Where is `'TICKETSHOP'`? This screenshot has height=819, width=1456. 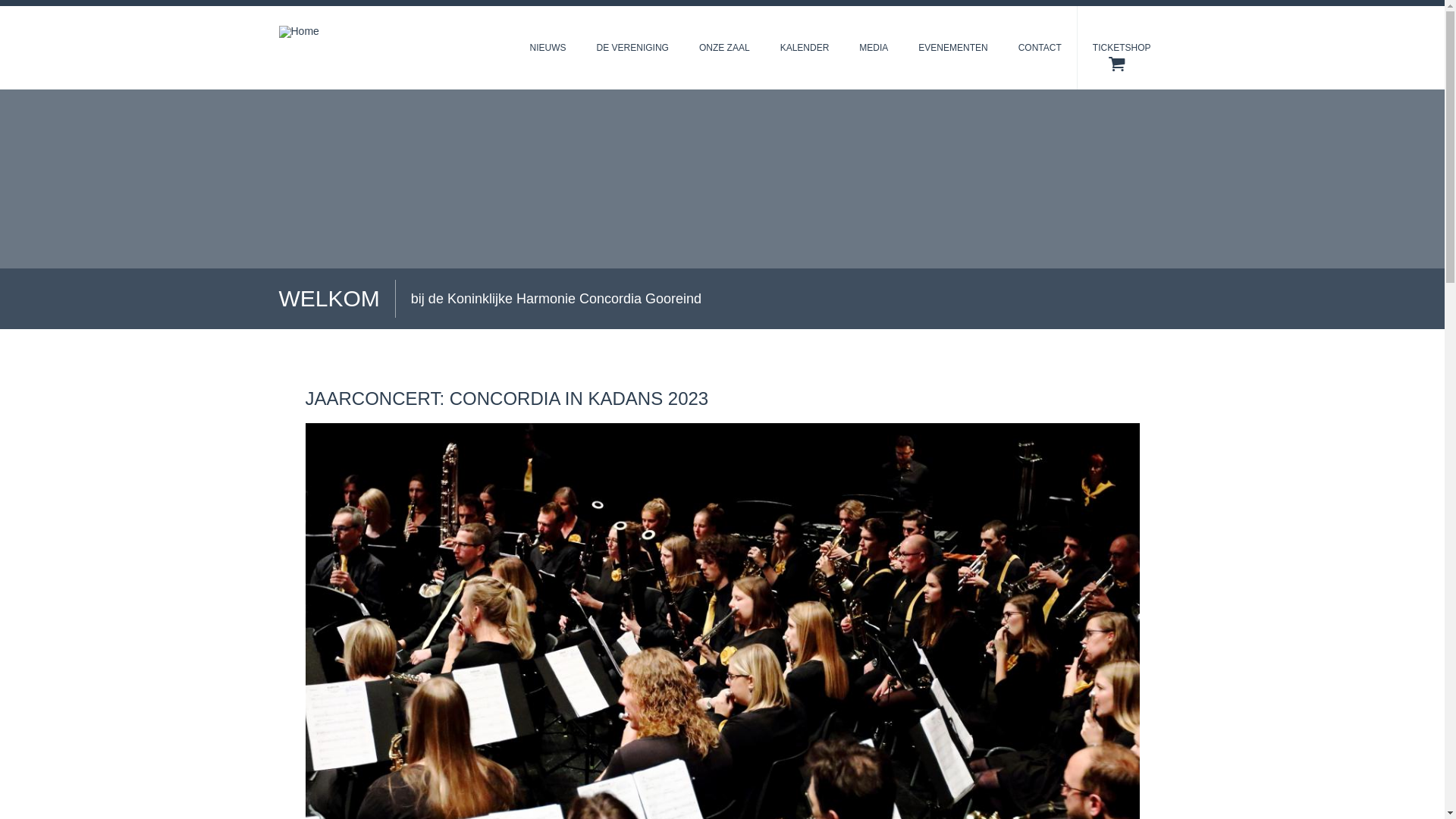 'TICKETSHOP' is located at coordinates (1122, 46).